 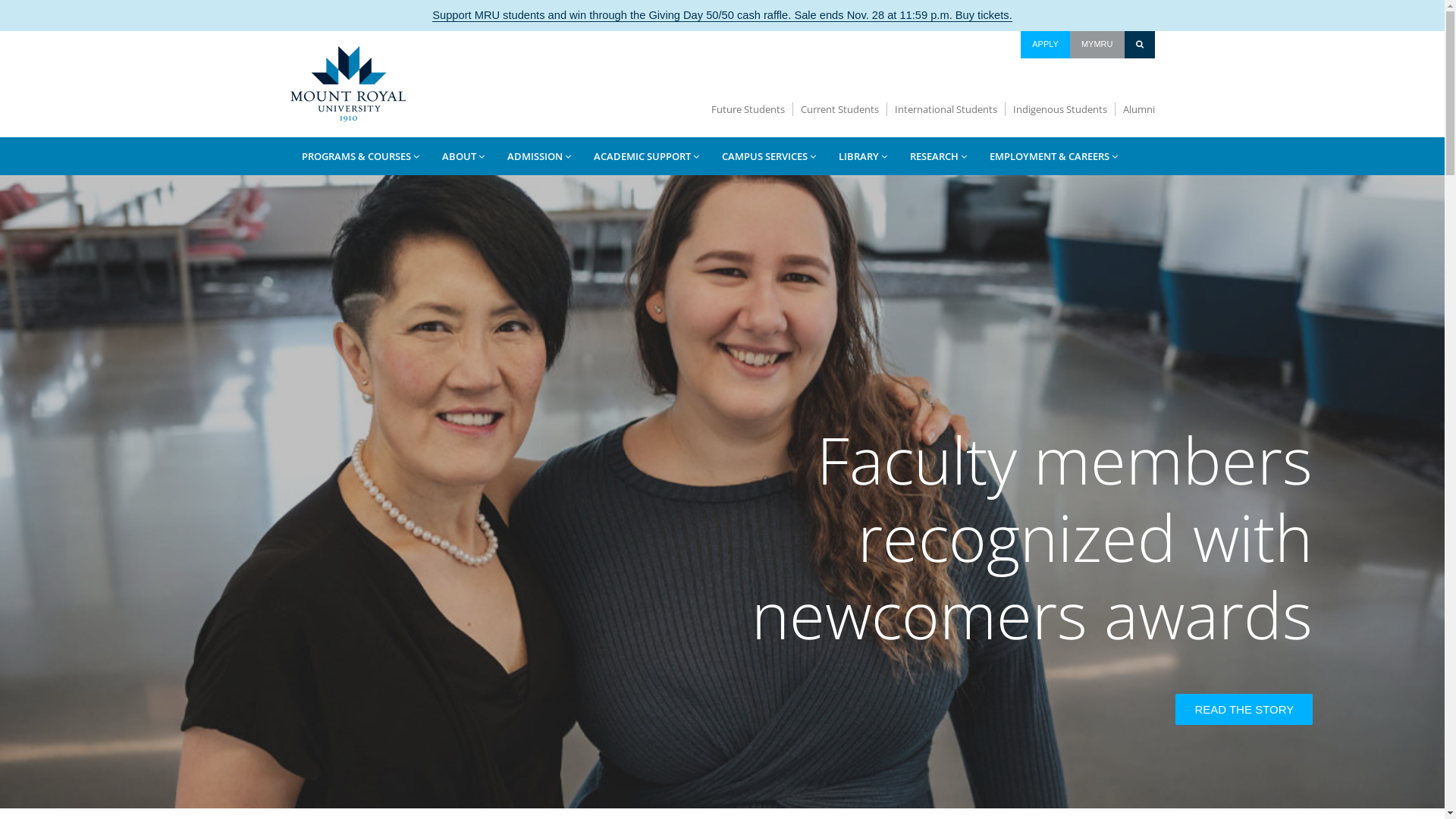 What do you see at coordinates (748, 108) in the screenshot?
I see `'Future Students'` at bounding box center [748, 108].